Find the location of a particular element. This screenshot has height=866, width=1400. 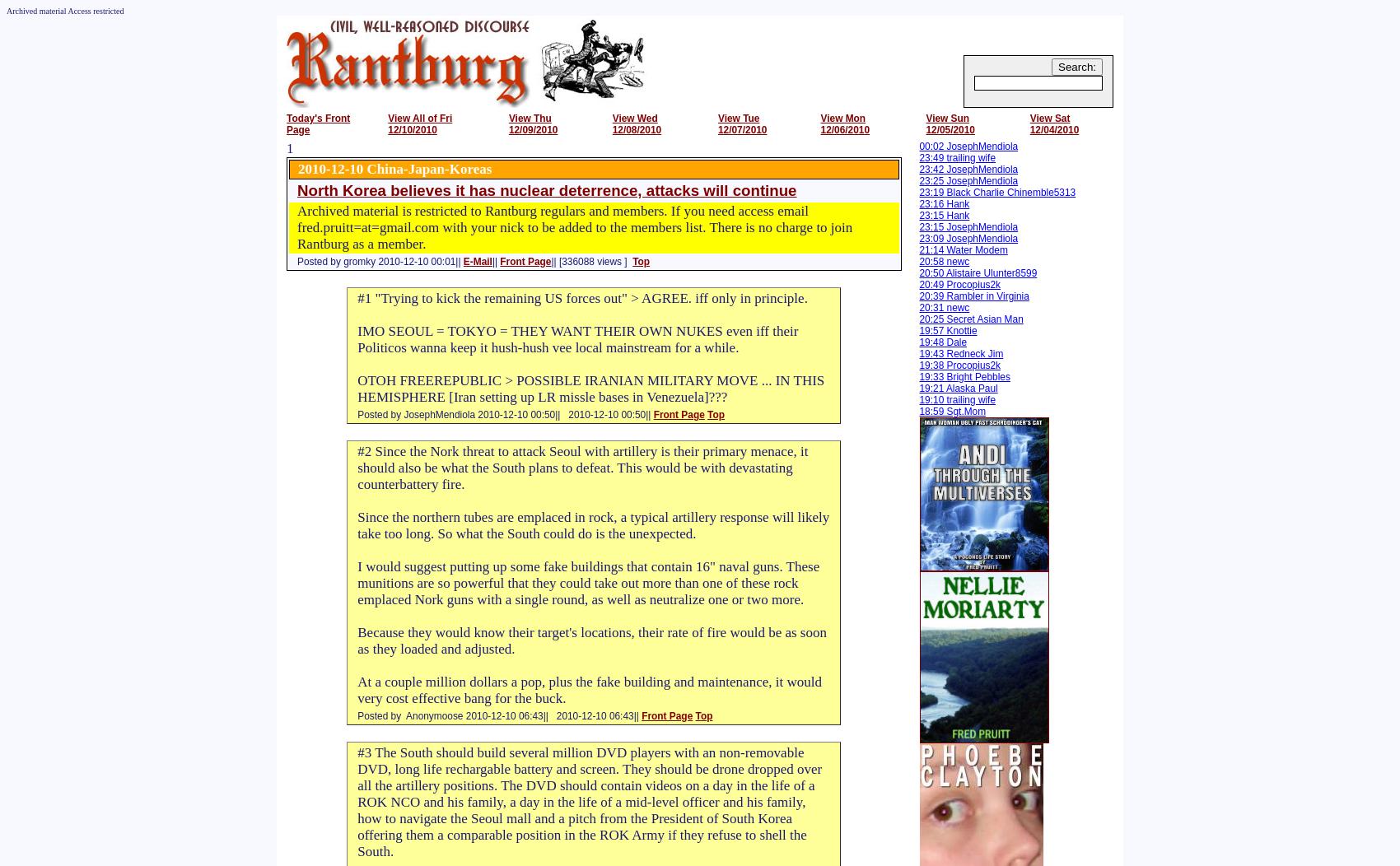

'View Wed 12/08/2010' is located at coordinates (635, 123).